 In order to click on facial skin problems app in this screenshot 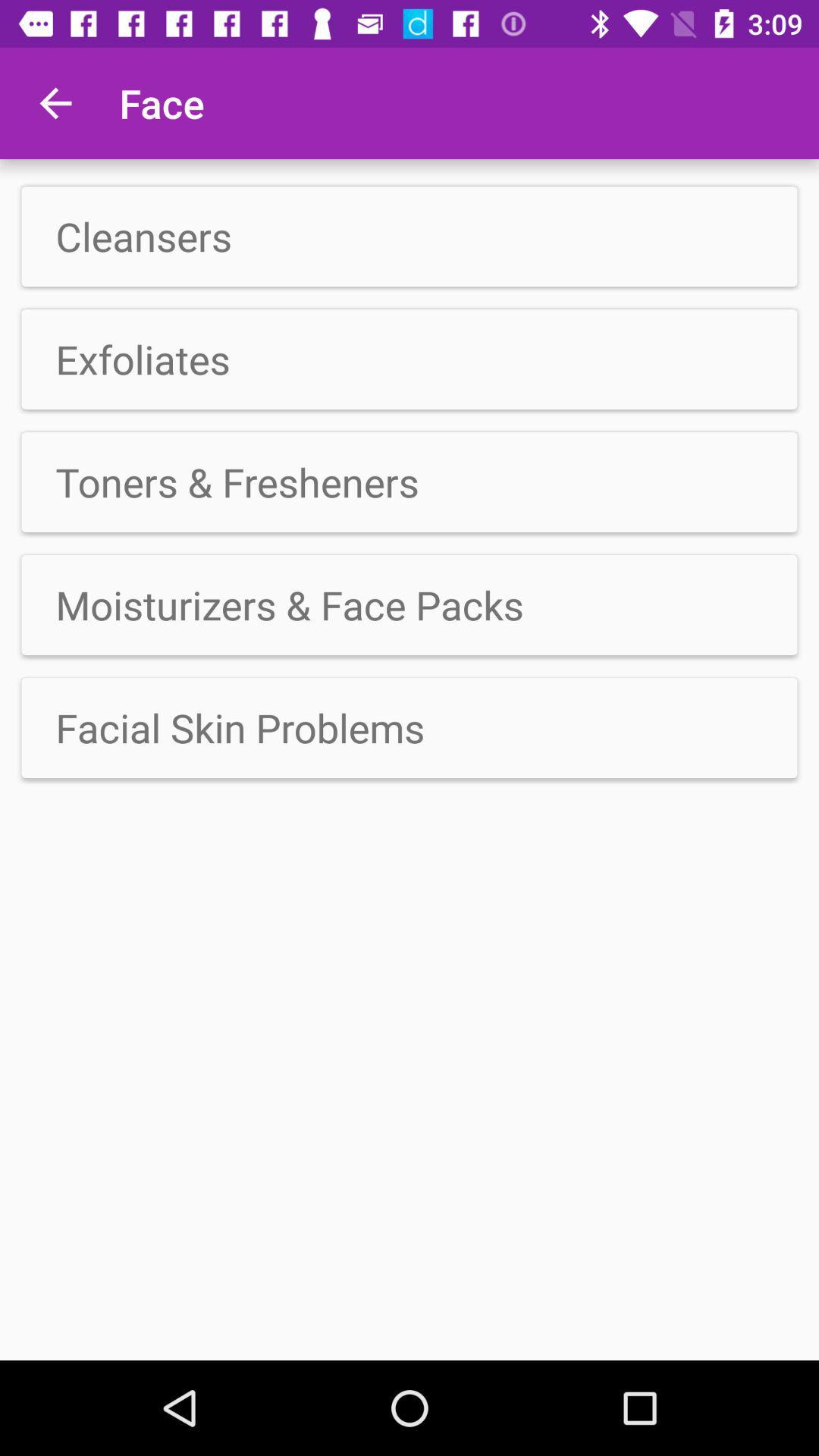, I will do `click(409, 728)`.